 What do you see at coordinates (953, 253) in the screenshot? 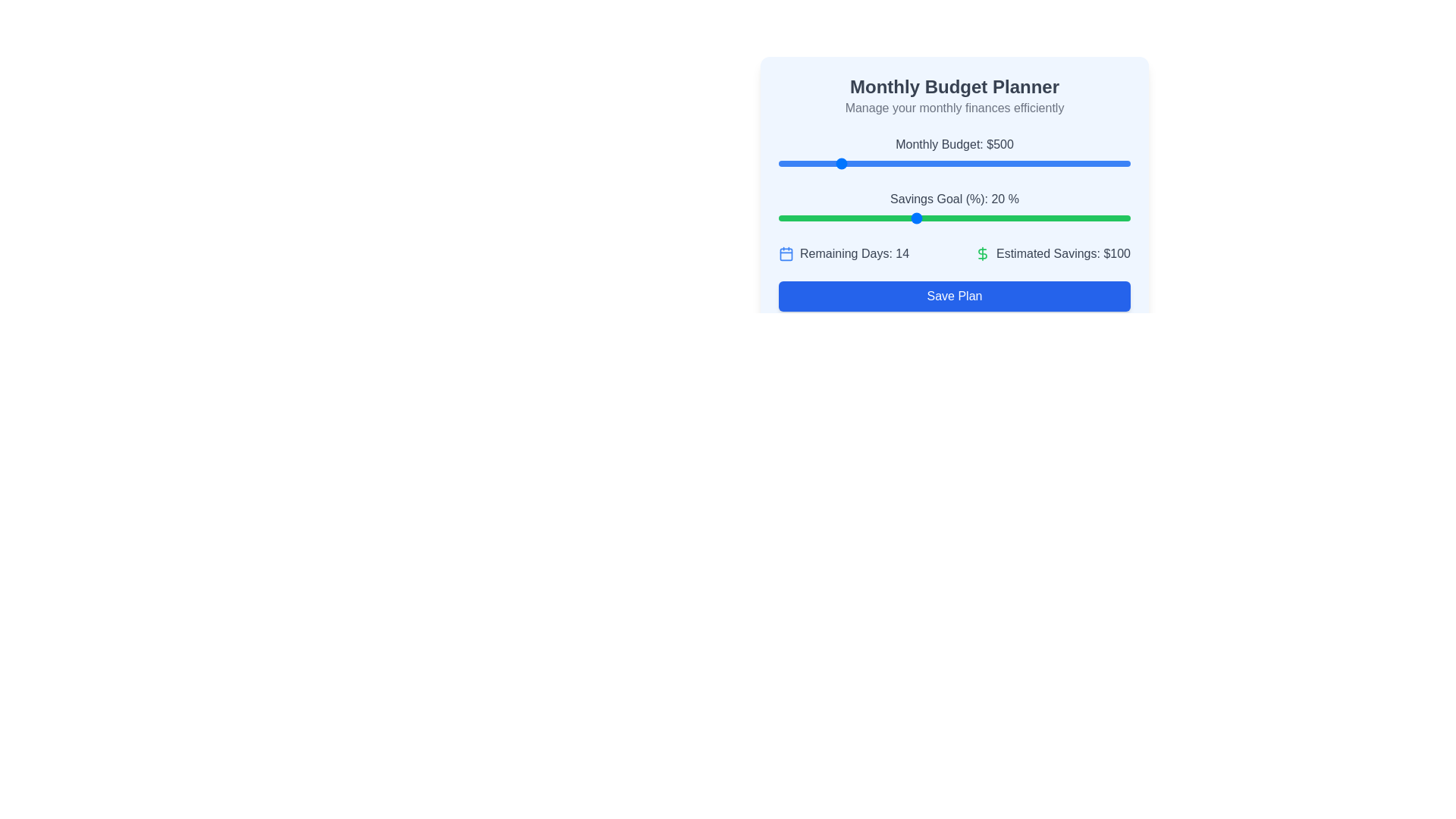
I see `the Key information display element which shows 'Remaining Days: 14' and 'Estimated Savings: $100', located under the 'Savings Goal (%)' slider and above the 'Save Plan' button` at bounding box center [953, 253].